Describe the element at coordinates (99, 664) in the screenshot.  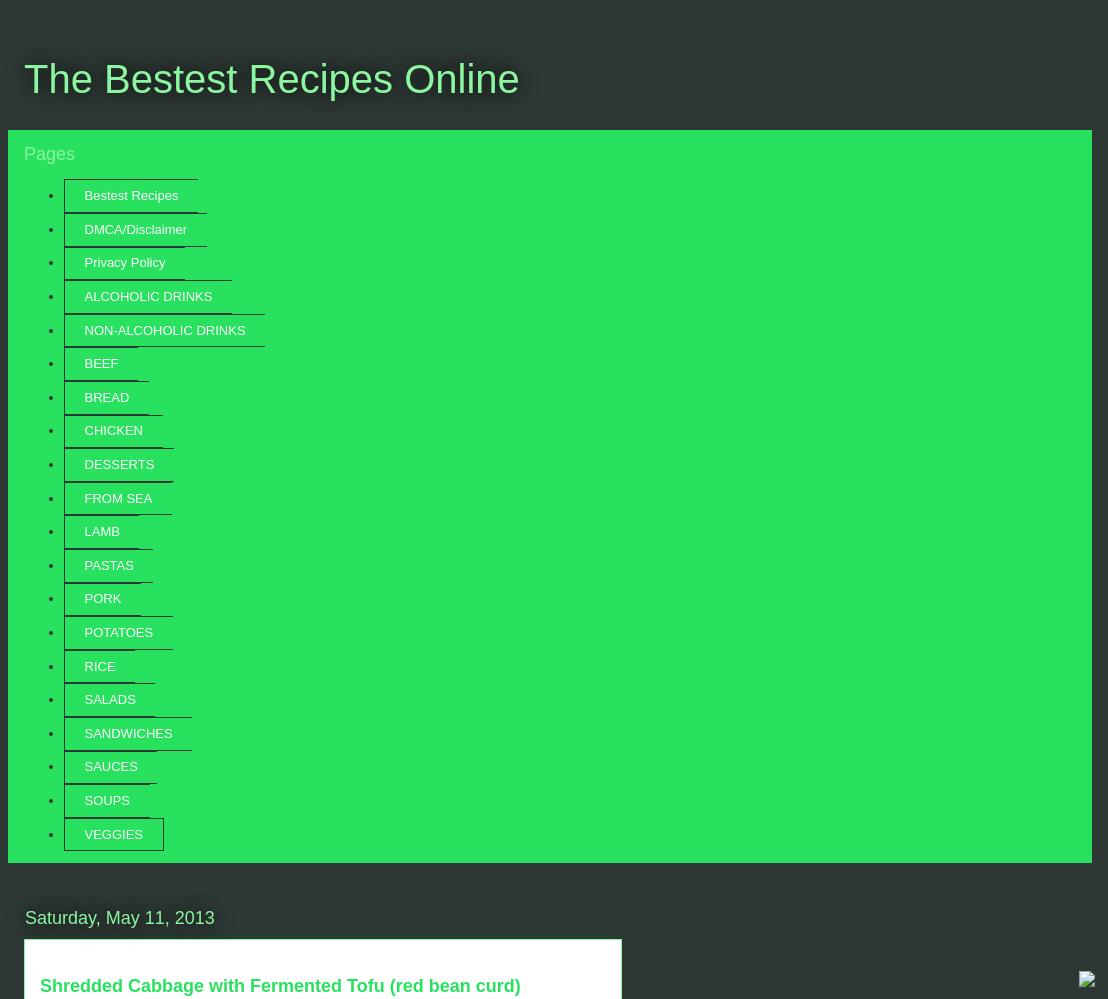
I see `'RICE'` at that location.